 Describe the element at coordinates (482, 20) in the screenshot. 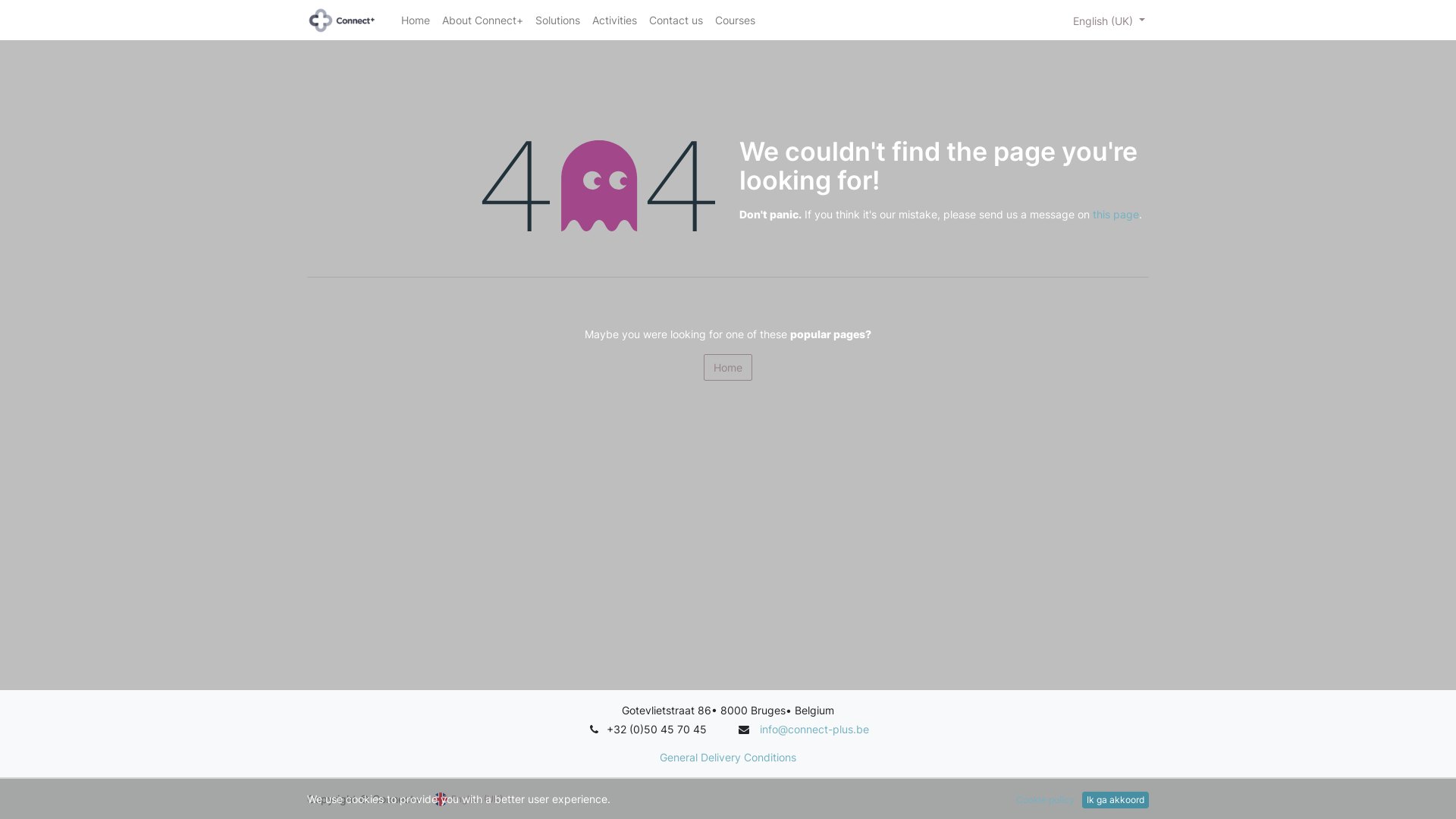

I see `'About Connect+'` at that location.